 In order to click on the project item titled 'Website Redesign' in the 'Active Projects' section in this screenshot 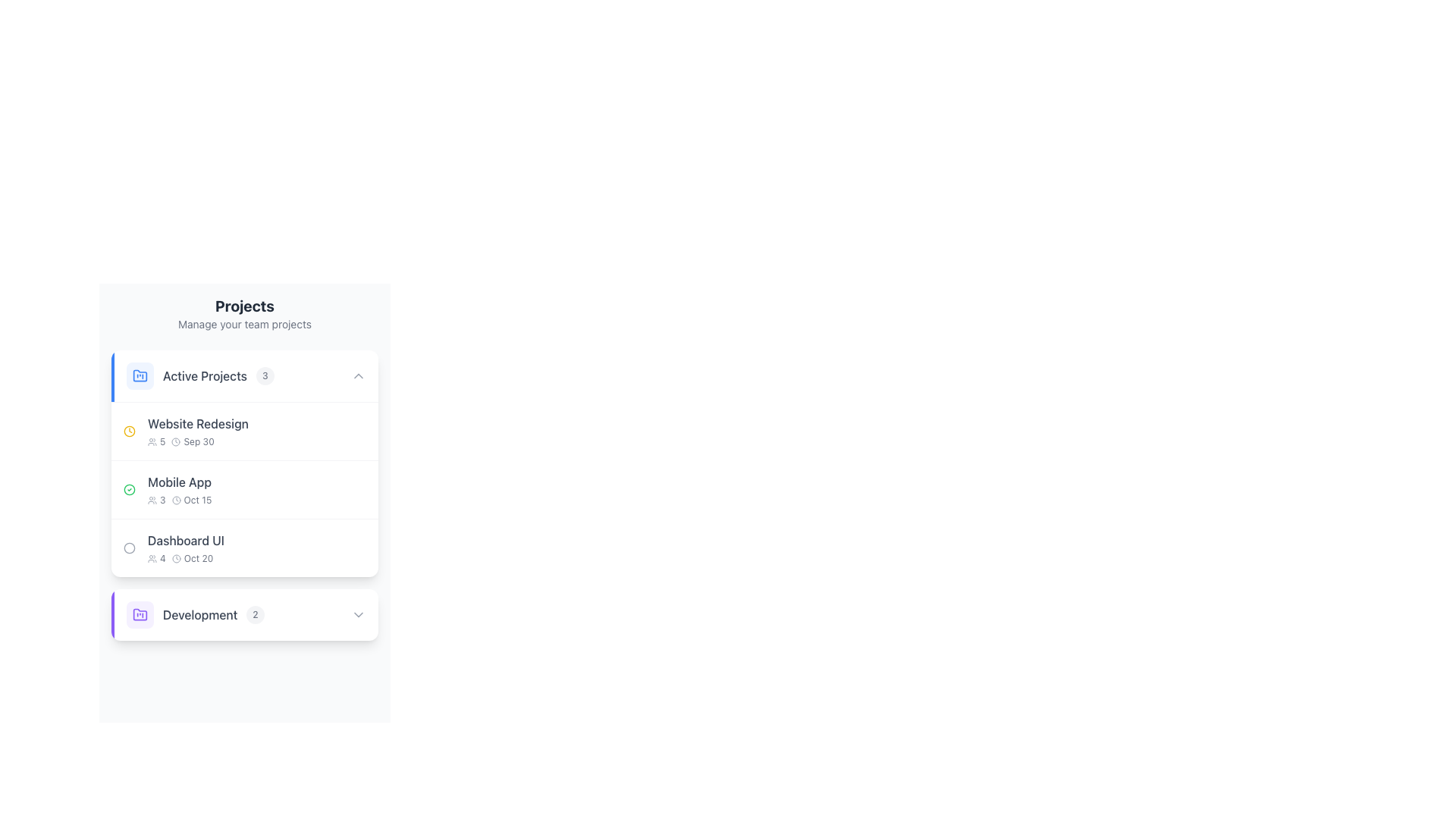, I will do `click(244, 430)`.